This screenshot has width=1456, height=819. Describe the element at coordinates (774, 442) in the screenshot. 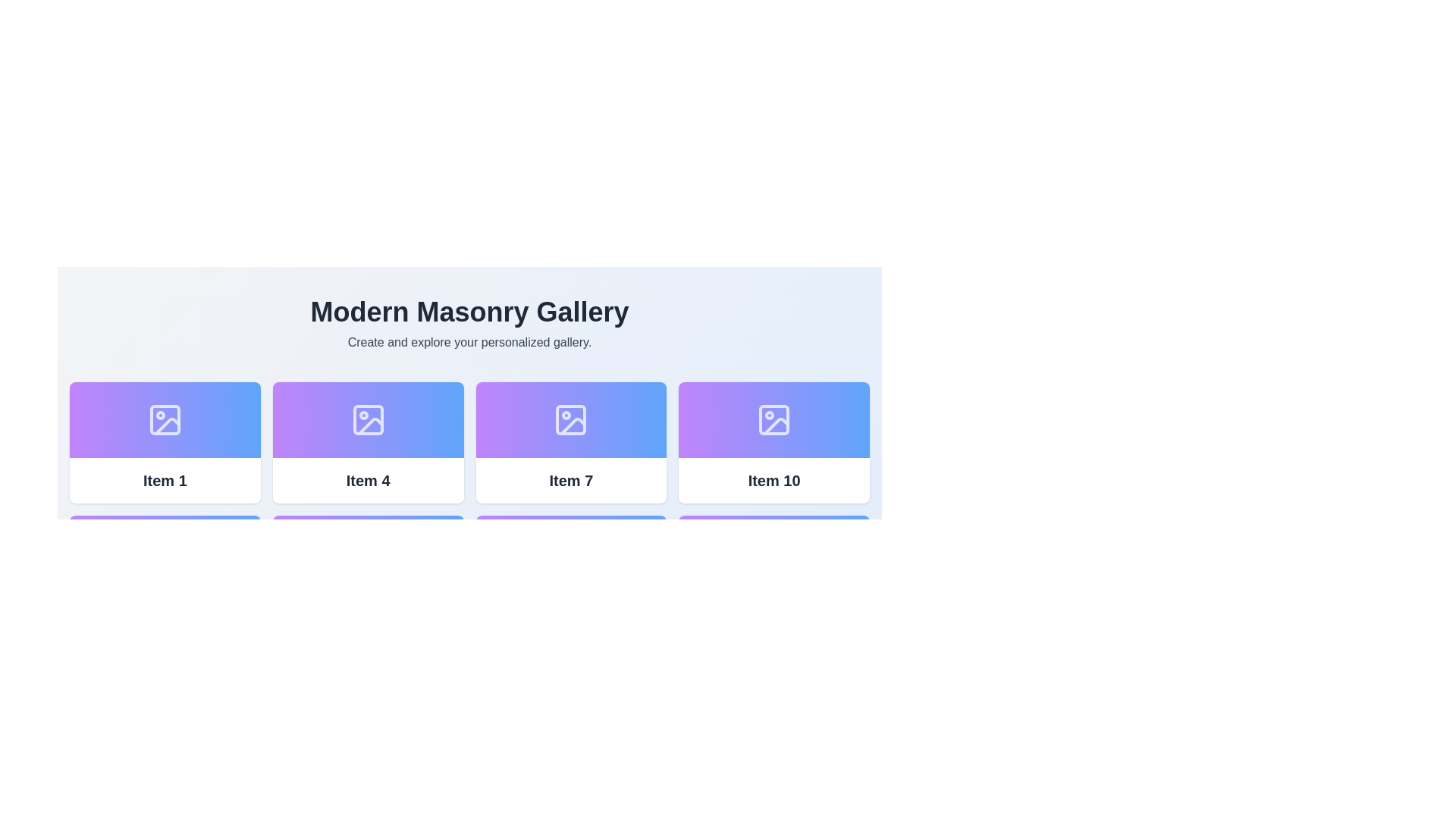

I see `the fourth tile in the top row of the masonry gallery layout` at that location.